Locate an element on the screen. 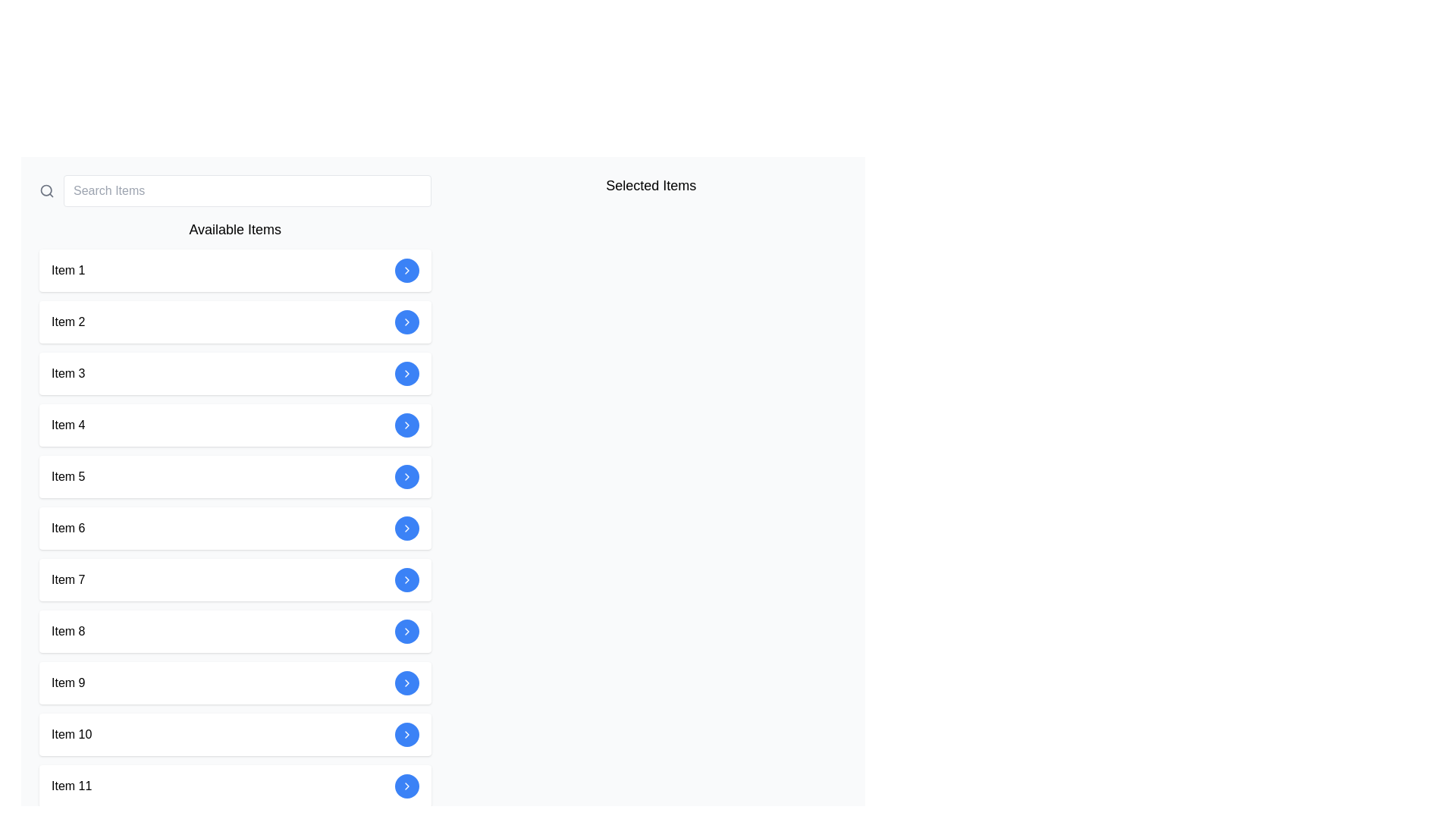  the circular blue button with a right-facing chevron icon located on the far right side of the list item labeled 'Item 11' to potentially reveal further information is located at coordinates (406, 786).